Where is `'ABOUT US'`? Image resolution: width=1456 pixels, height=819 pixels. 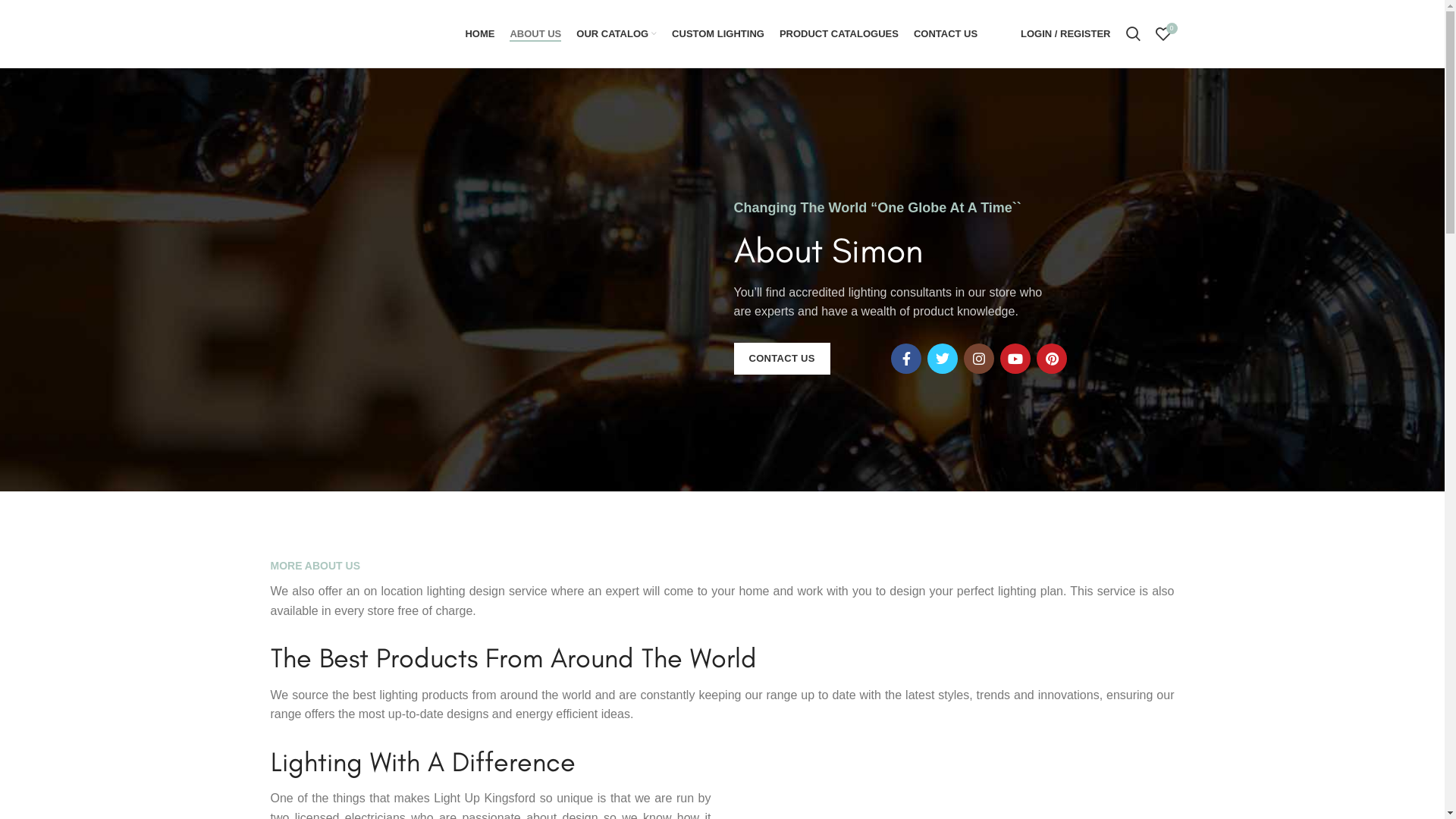 'ABOUT US' is located at coordinates (535, 33).